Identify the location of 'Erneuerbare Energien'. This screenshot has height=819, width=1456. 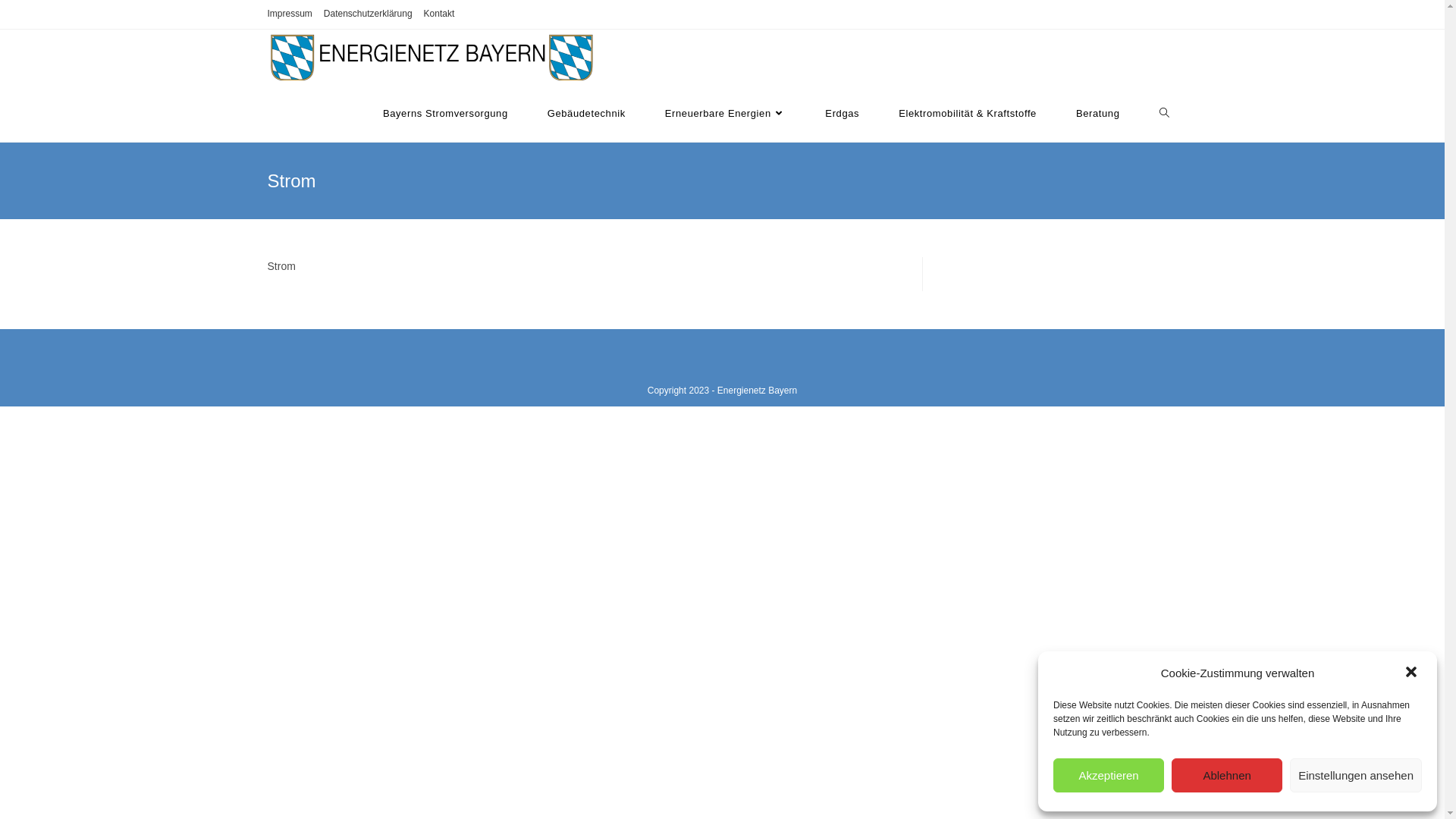
(724, 113).